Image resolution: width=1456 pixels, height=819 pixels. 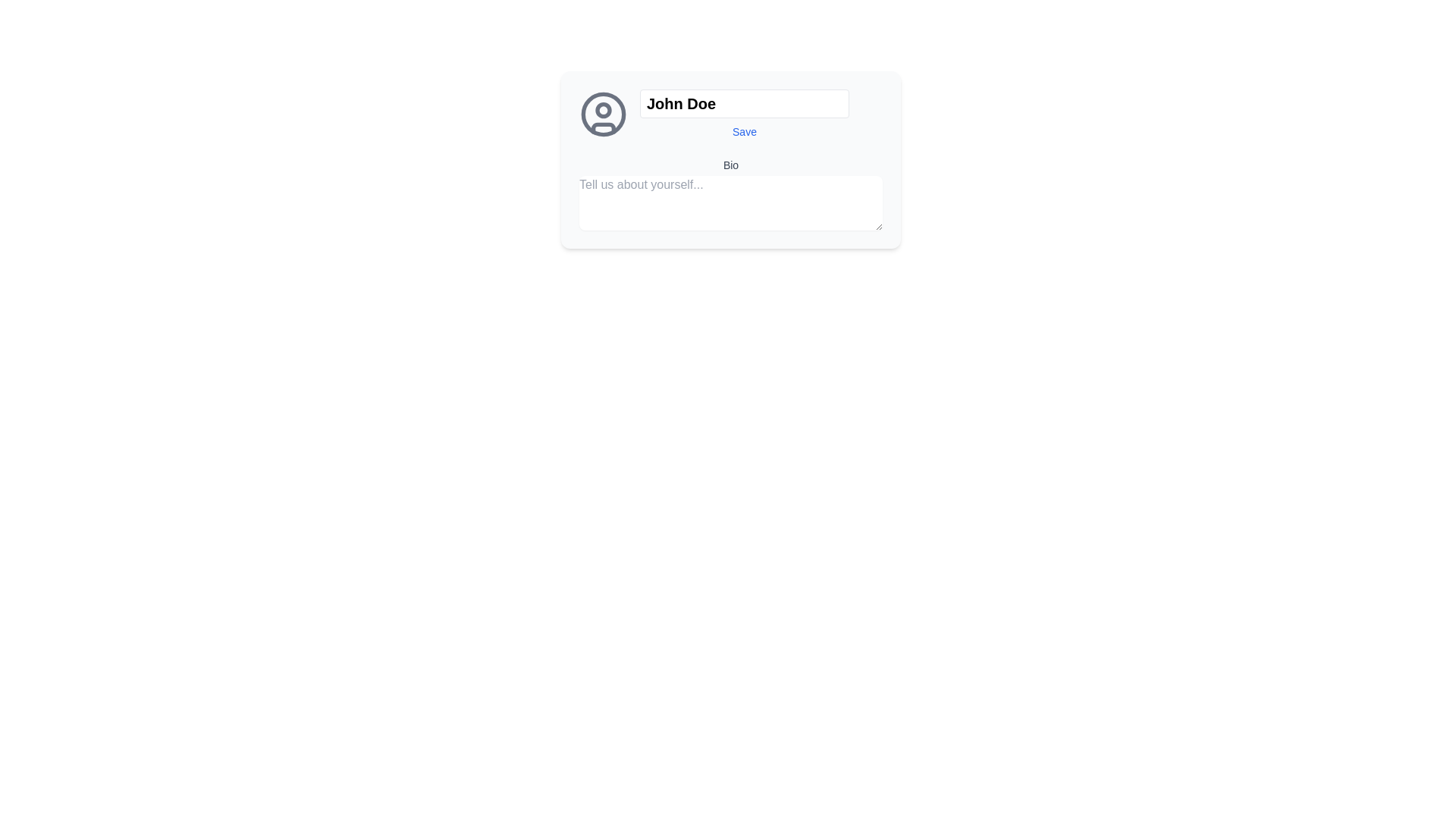 What do you see at coordinates (603, 113) in the screenshot?
I see `the circular user icon located to the left of the text 'John Doe' to interact with it` at bounding box center [603, 113].